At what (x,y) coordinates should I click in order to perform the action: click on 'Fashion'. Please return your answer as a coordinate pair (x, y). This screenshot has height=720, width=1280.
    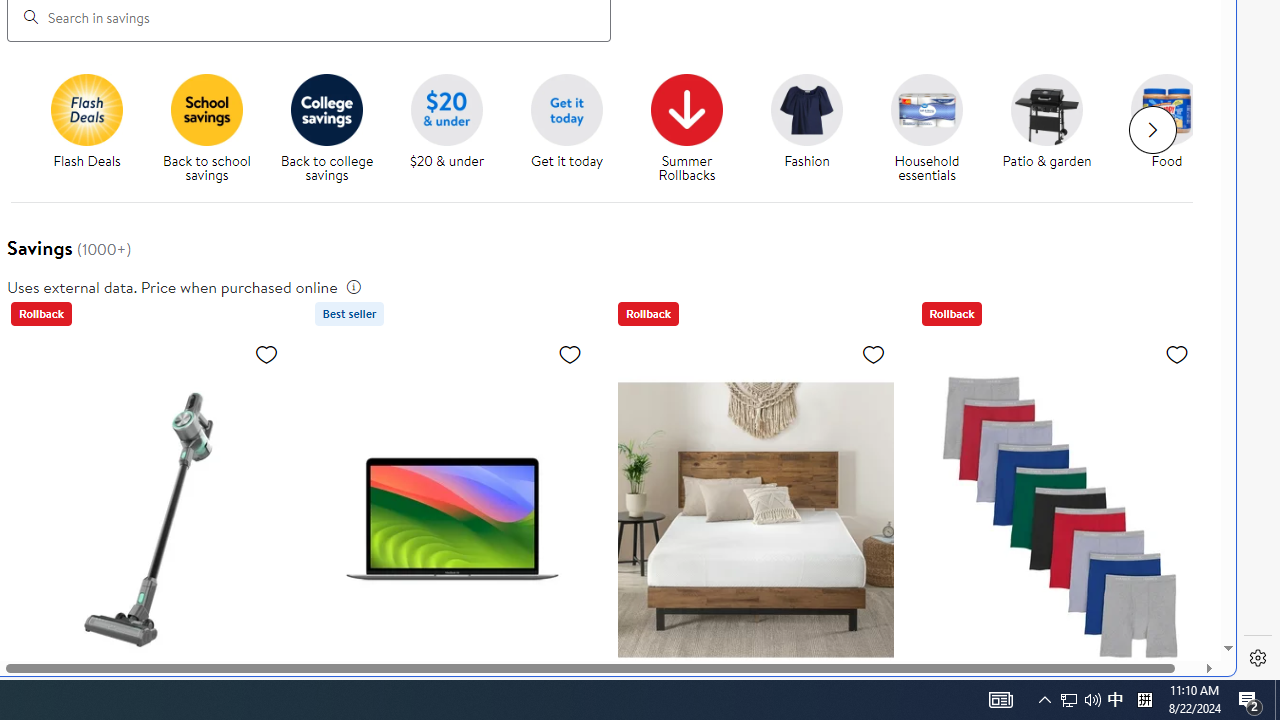
    Looking at the image, I should click on (815, 129).